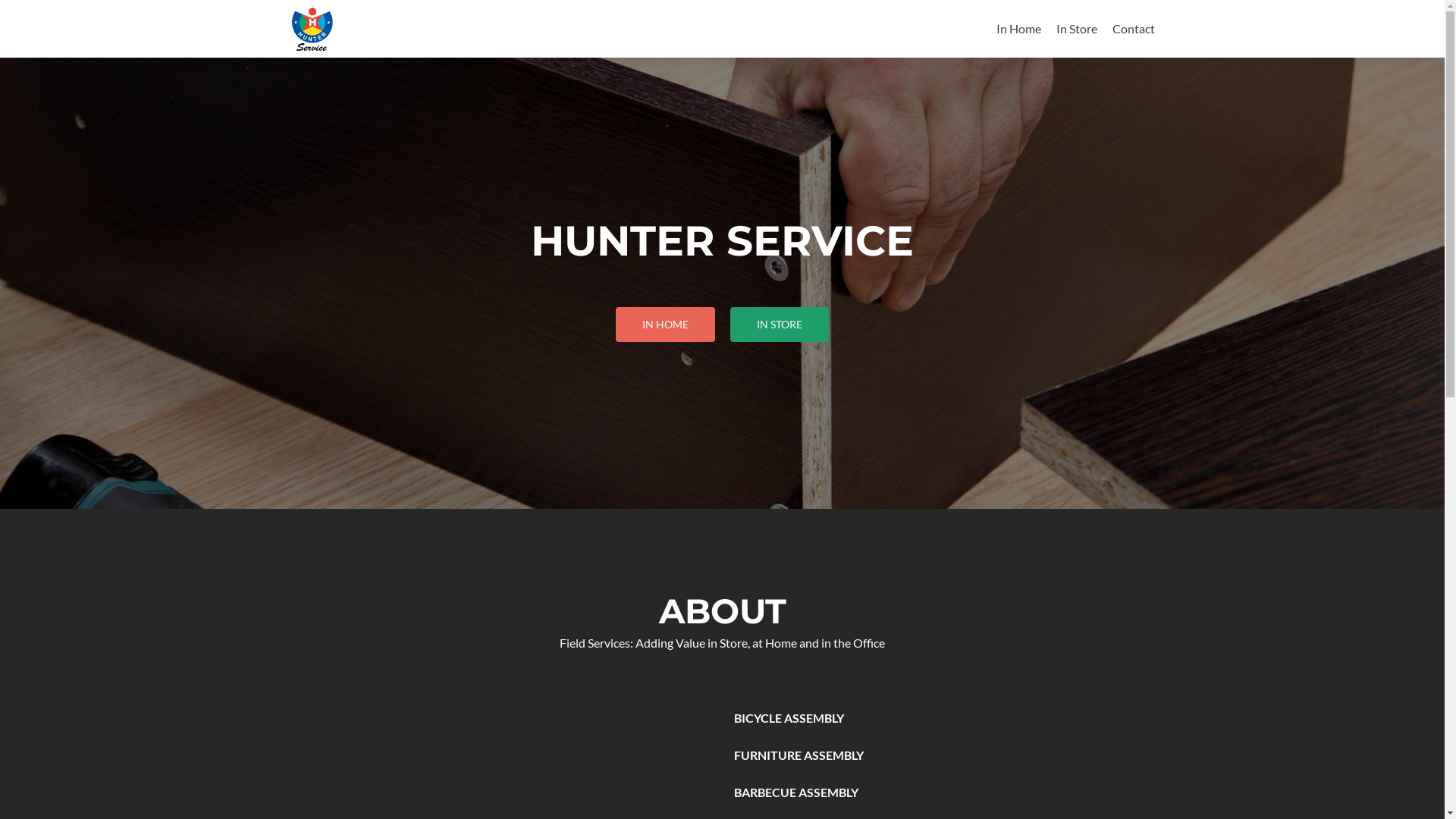 This screenshot has width=1456, height=819. What do you see at coordinates (1132, 28) in the screenshot?
I see `'Contact'` at bounding box center [1132, 28].